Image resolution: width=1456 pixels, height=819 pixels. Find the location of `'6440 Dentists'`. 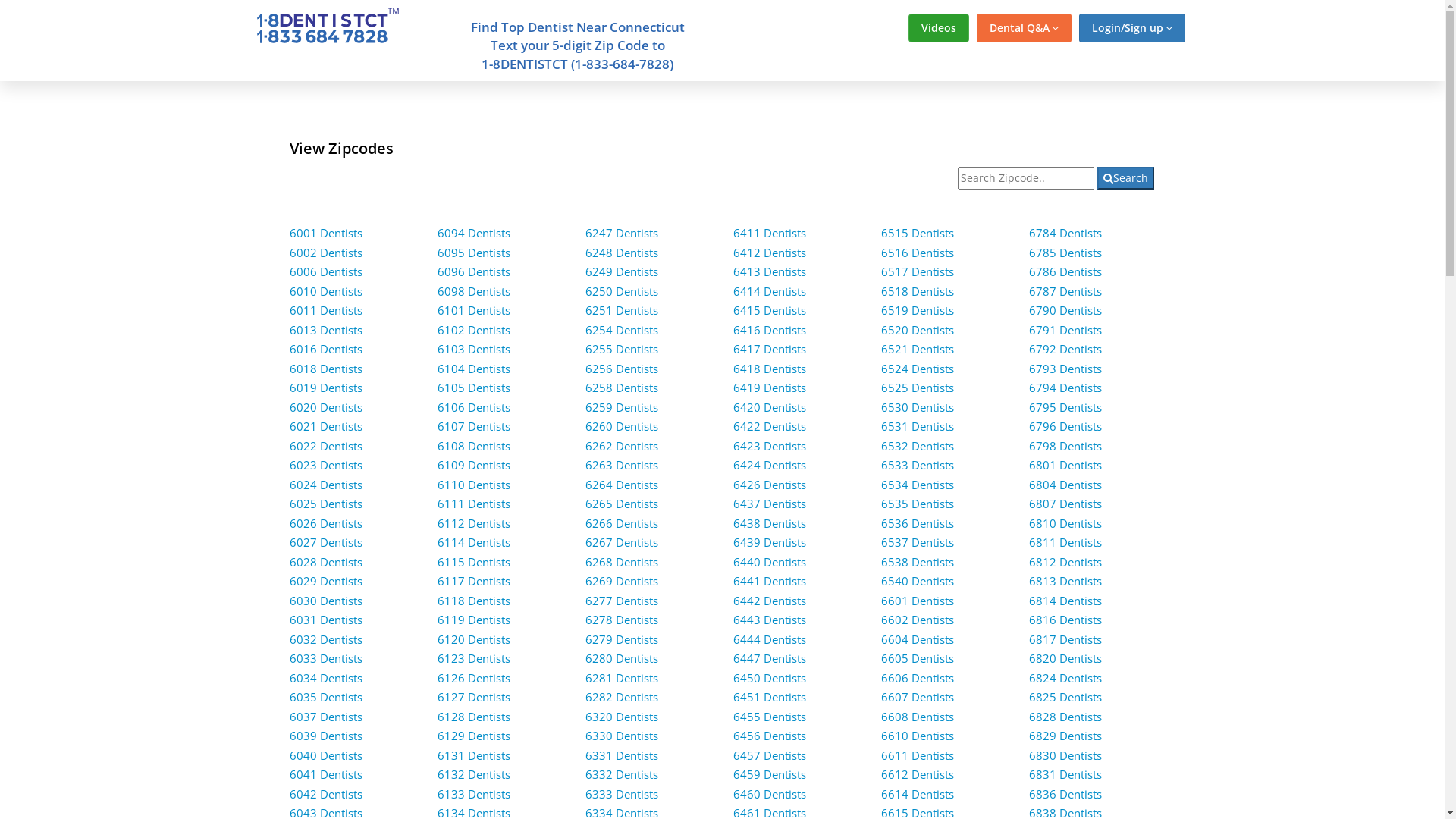

'6440 Dentists' is located at coordinates (769, 561).